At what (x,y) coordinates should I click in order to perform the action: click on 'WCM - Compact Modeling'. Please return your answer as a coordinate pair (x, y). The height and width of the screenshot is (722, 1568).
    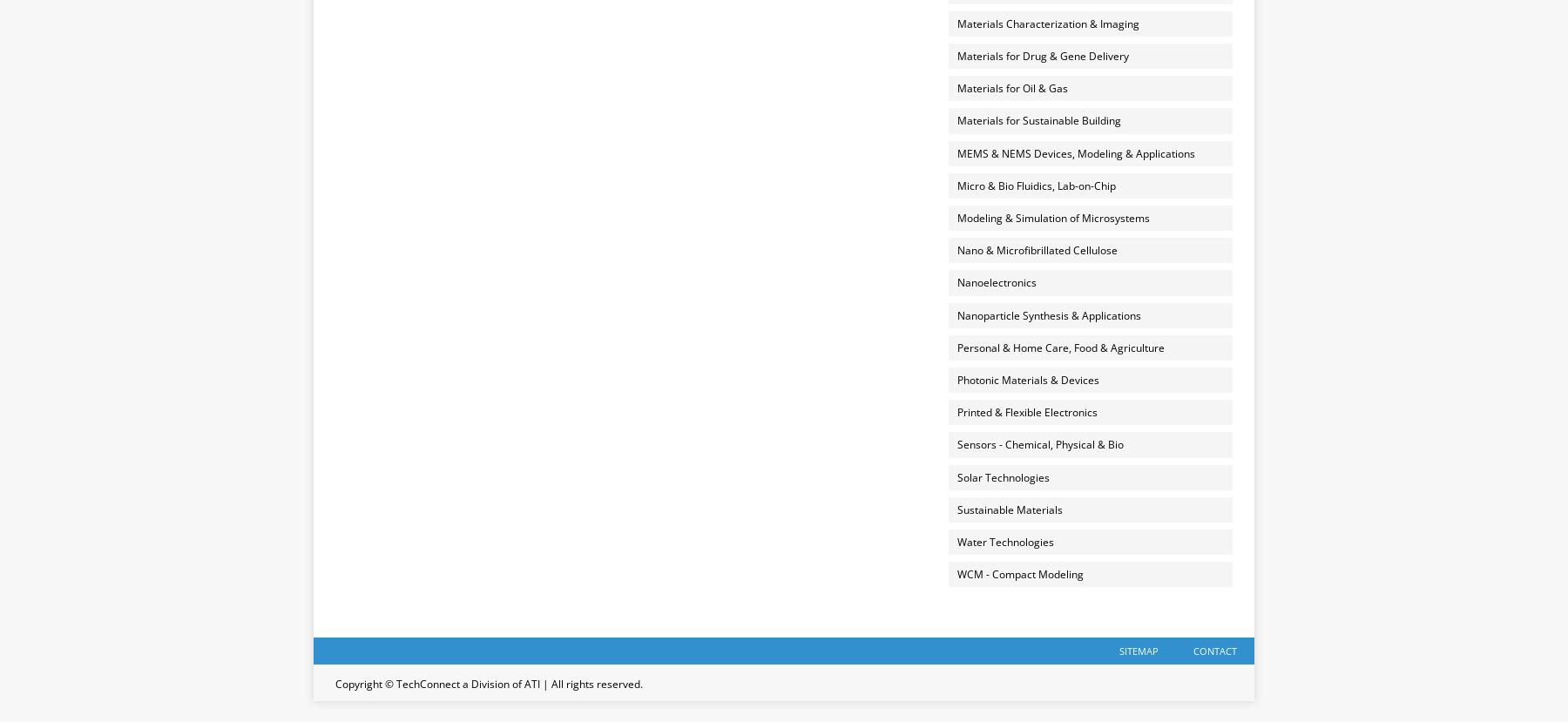
    Looking at the image, I should click on (1018, 573).